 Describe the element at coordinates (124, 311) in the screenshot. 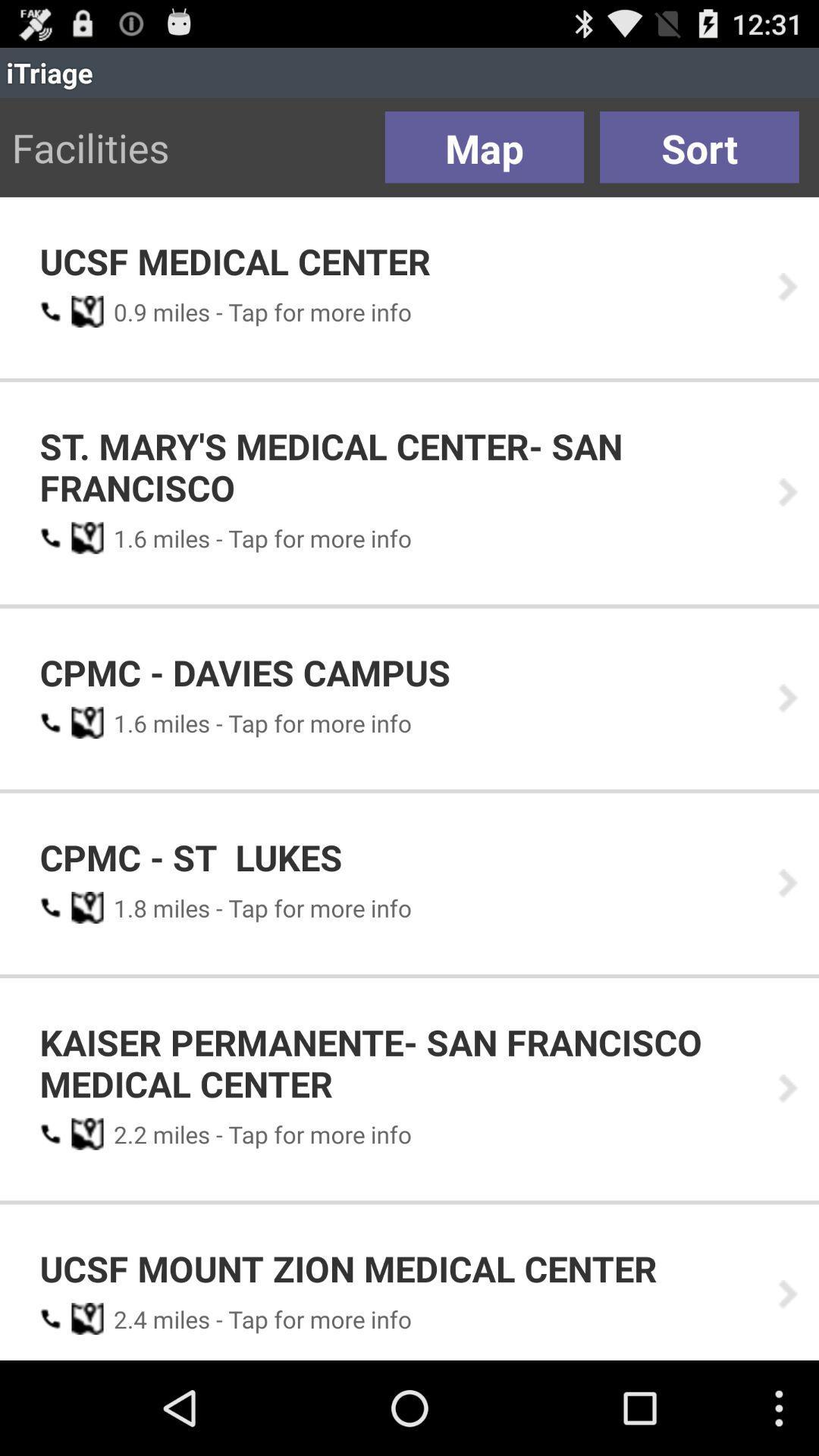

I see `the app above st mary s icon` at that location.